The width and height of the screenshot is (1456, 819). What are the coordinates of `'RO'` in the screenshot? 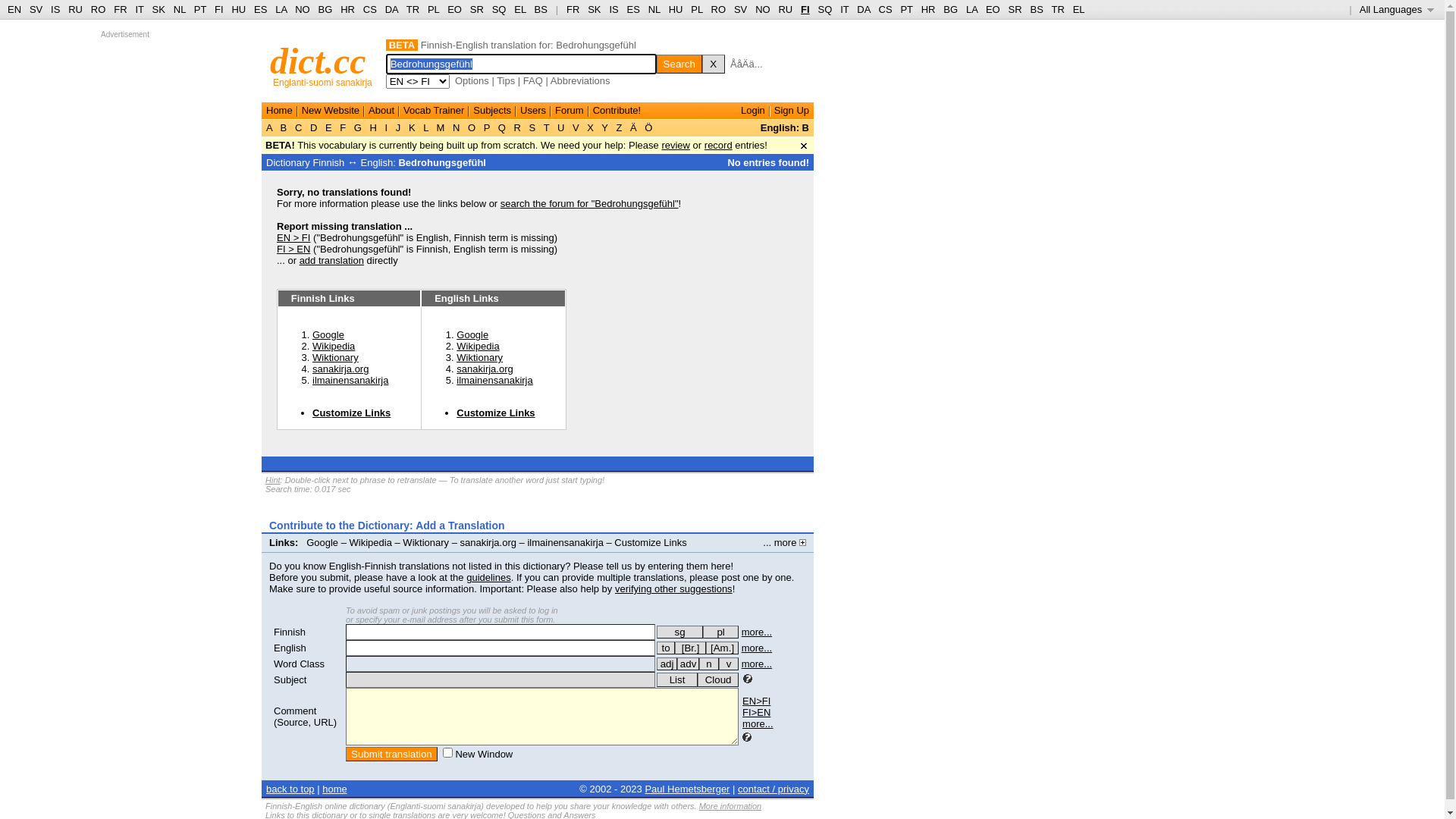 It's located at (718, 9).